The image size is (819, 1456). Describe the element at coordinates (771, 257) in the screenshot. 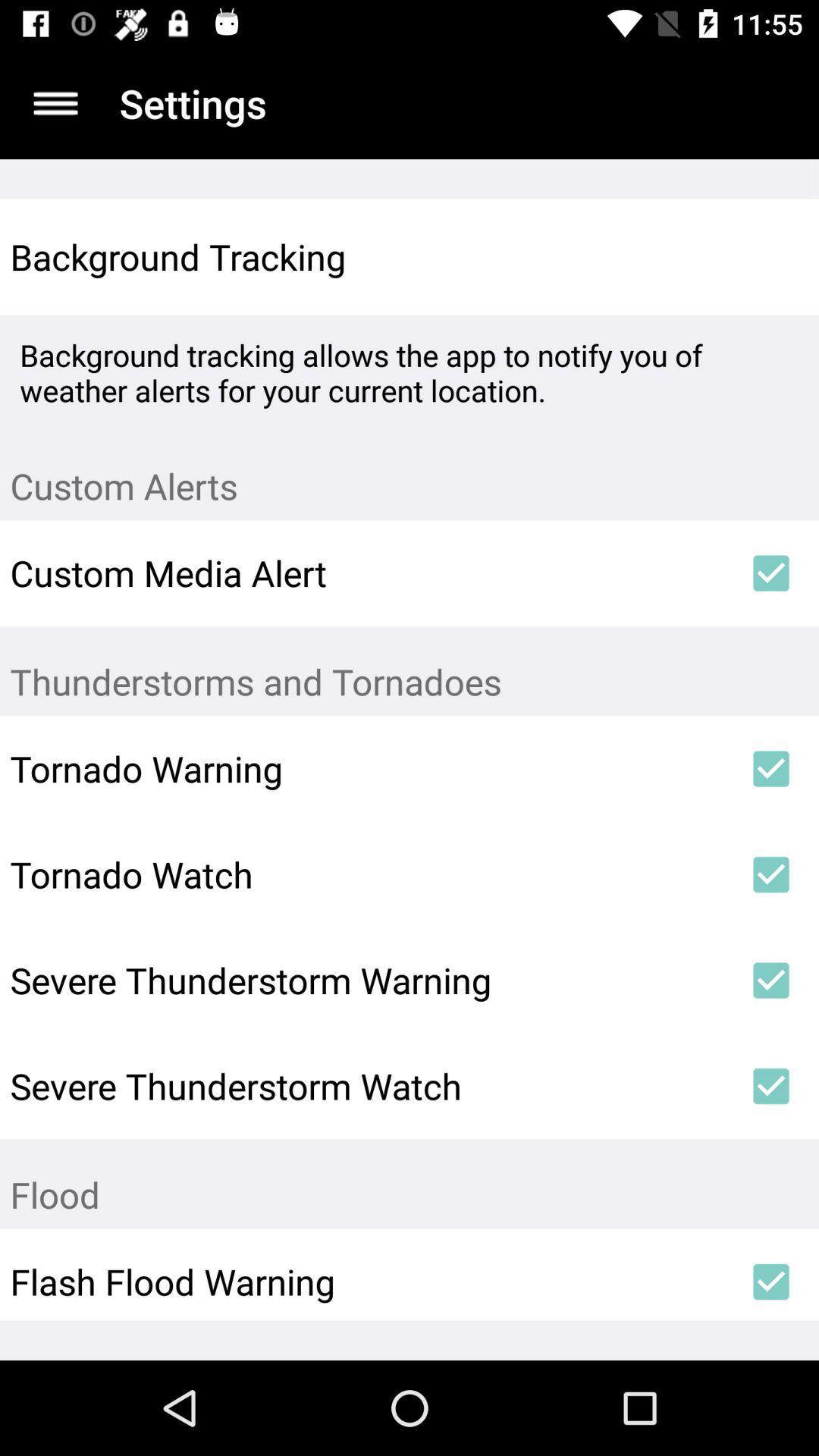

I see `the item at the top right corner` at that location.